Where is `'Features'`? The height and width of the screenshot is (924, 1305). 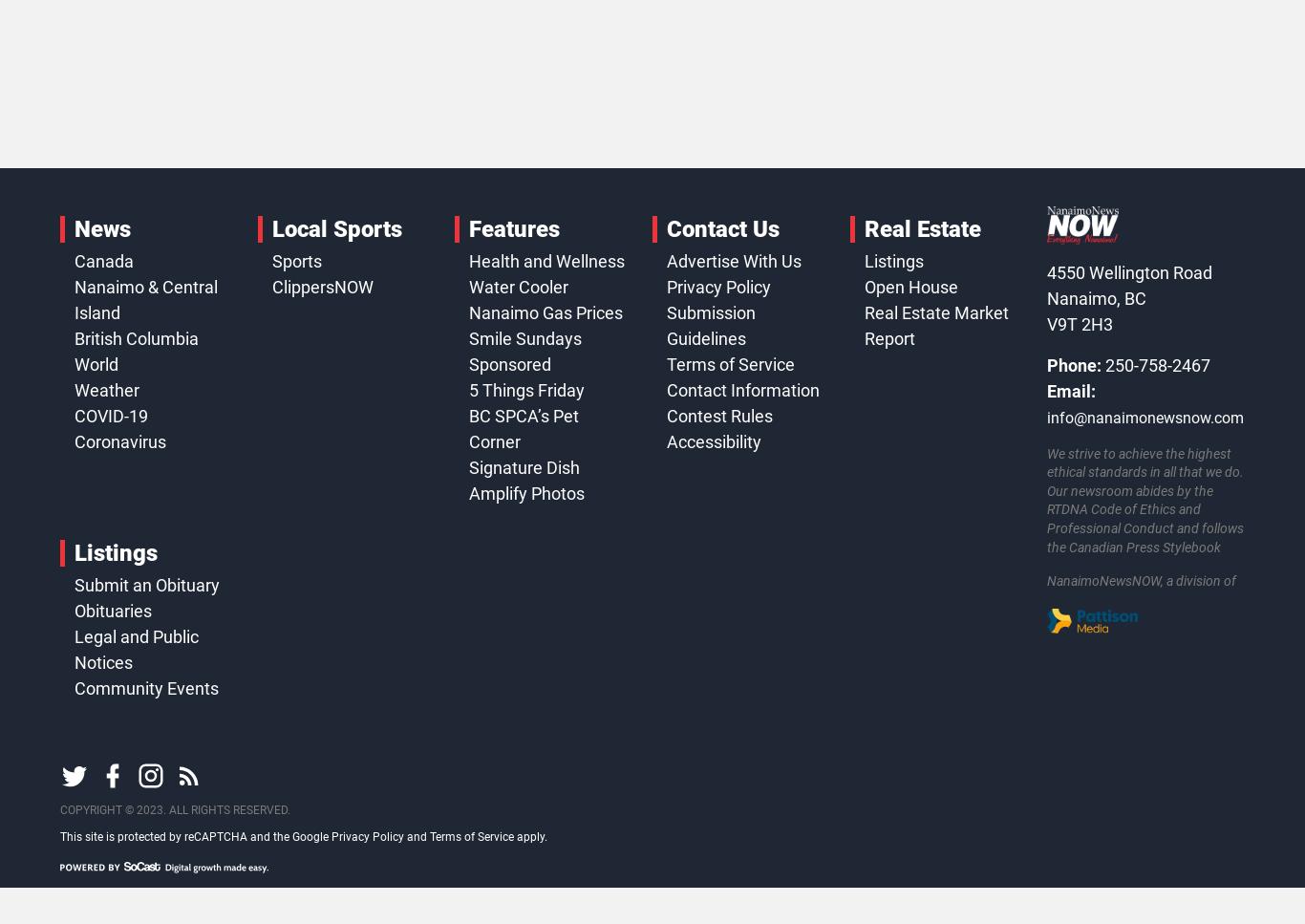
'Features' is located at coordinates (514, 228).